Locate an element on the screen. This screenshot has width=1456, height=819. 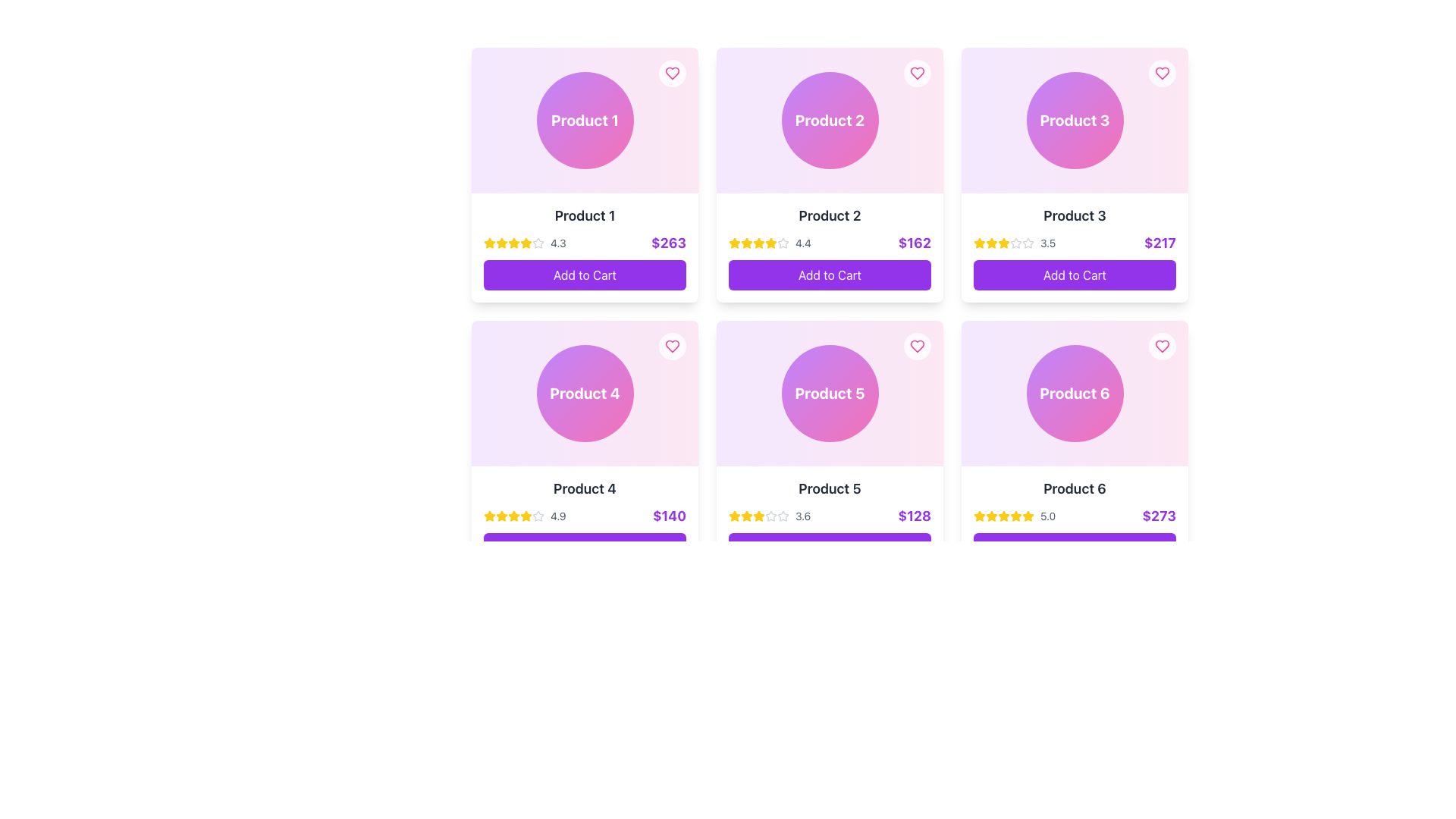
the yellow star icon, which is the seventh in a sequence of 10 rating symbols located under 'Product 2' in the second column of the grid is located at coordinates (771, 242).